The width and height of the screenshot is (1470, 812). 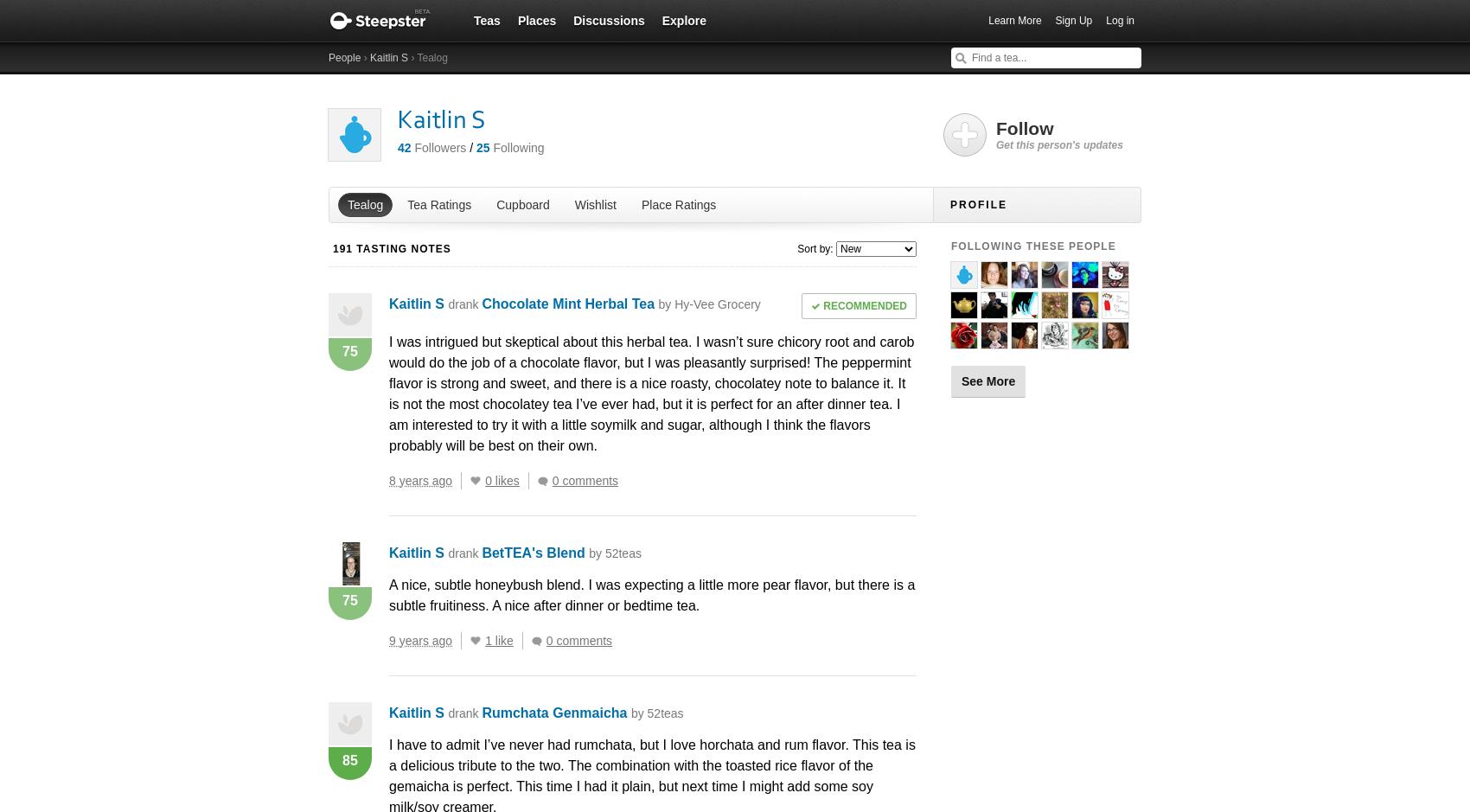 I want to click on 'Following', so click(x=492, y=147).